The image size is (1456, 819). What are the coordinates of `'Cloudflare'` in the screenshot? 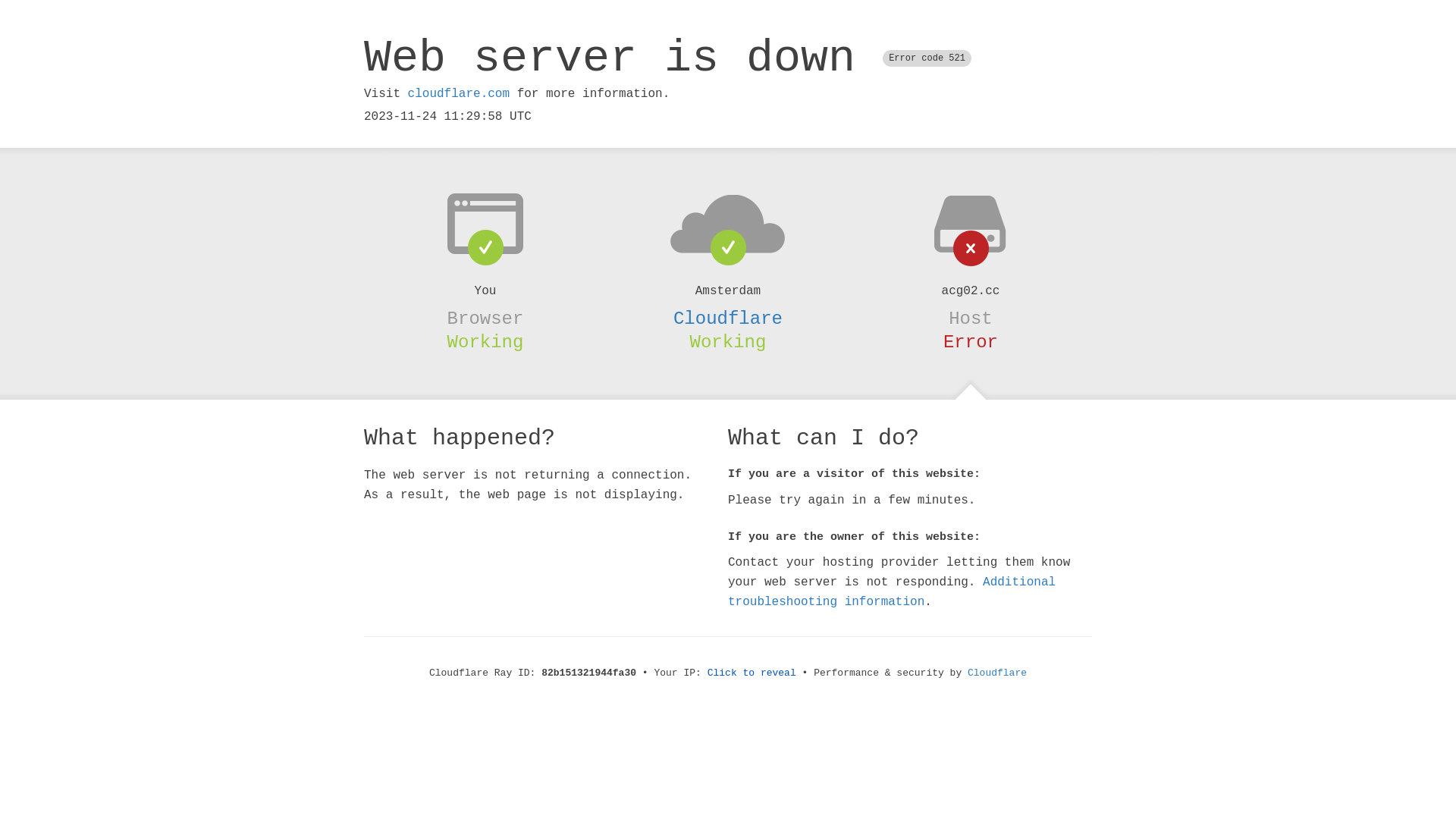 It's located at (728, 318).